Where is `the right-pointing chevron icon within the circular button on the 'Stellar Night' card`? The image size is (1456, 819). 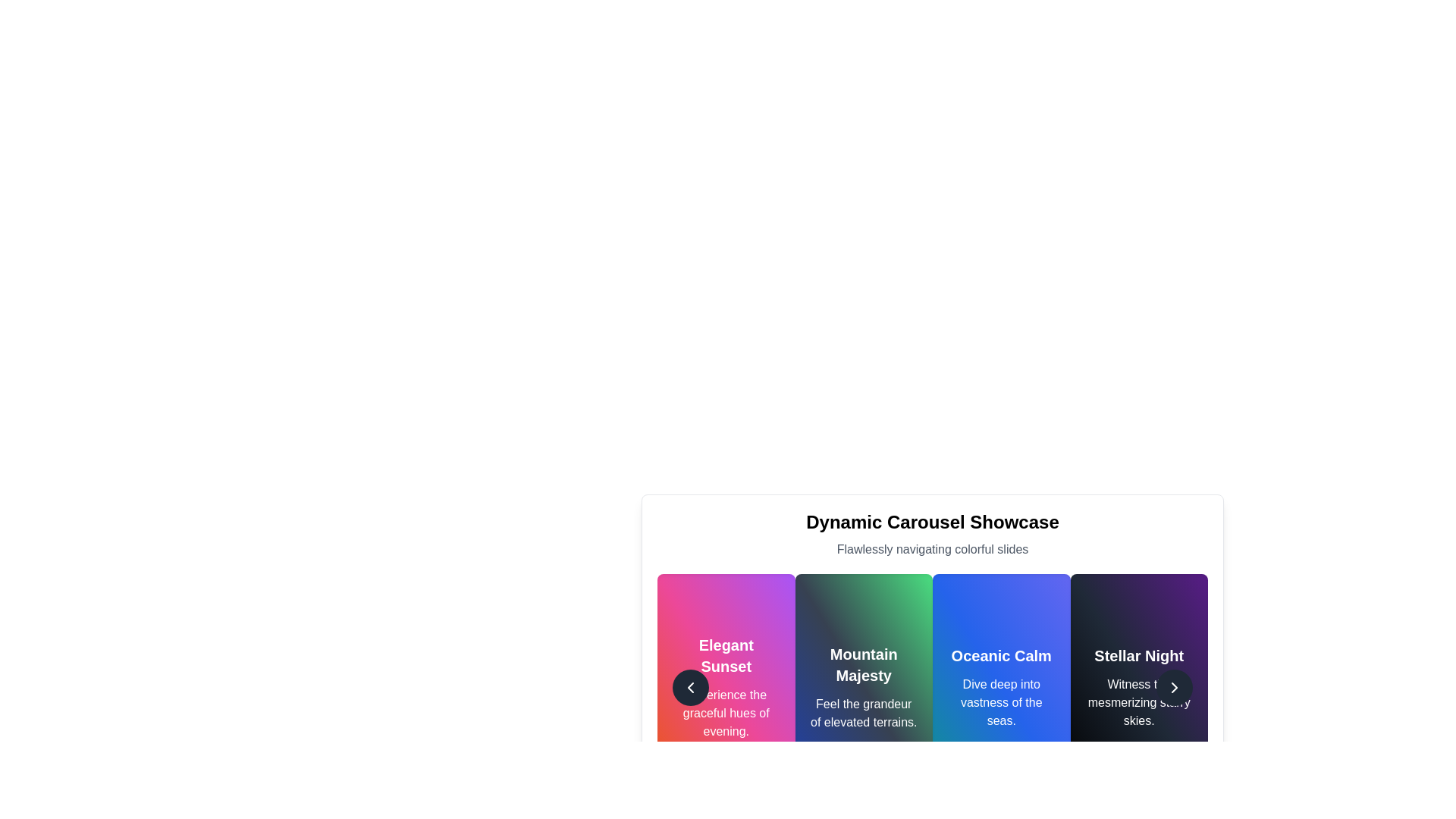 the right-pointing chevron icon within the circular button on the 'Stellar Night' card is located at coordinates (1174, 687).